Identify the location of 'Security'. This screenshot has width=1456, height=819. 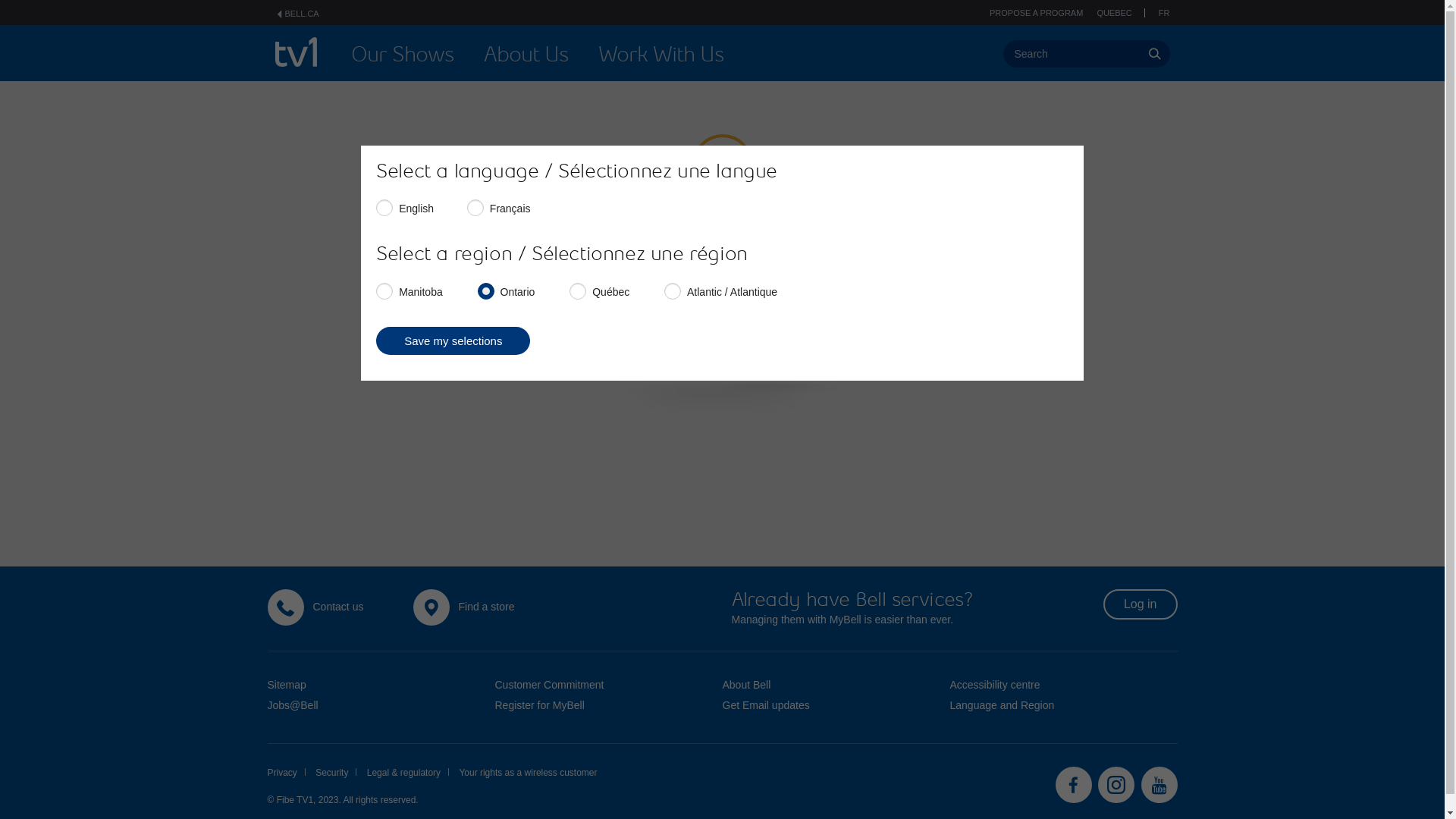
(334, 773).